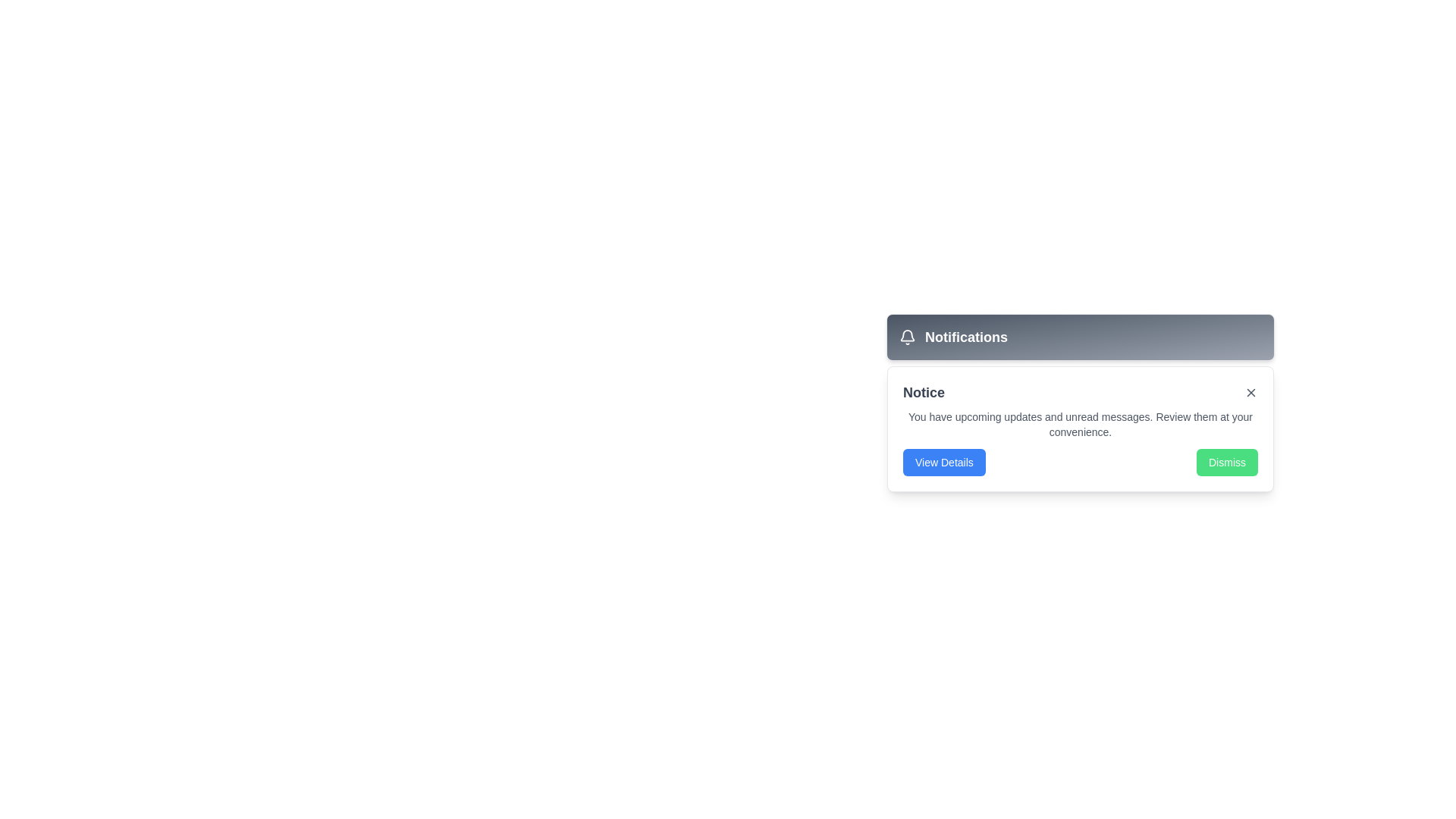 This screenshot has width=1456, height=819. Describe the element at coordinates (923, 391) in the screenshot. I see `the Text Label at the top-left corner of the notification card, which indicates the purpose of the notification content` at that location.